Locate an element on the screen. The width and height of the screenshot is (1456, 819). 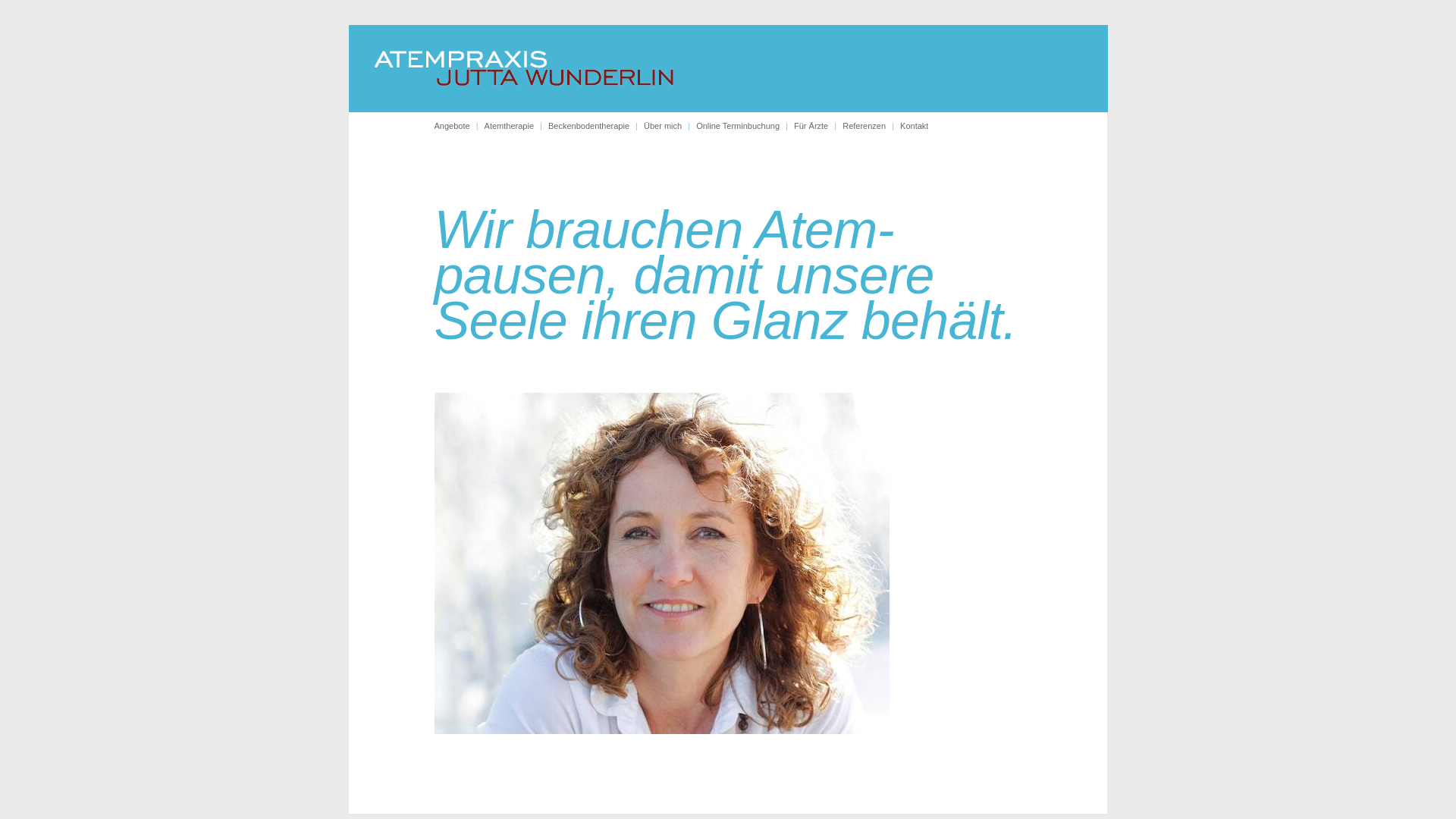
'Kontakt' is located at coordinates (913, 124).